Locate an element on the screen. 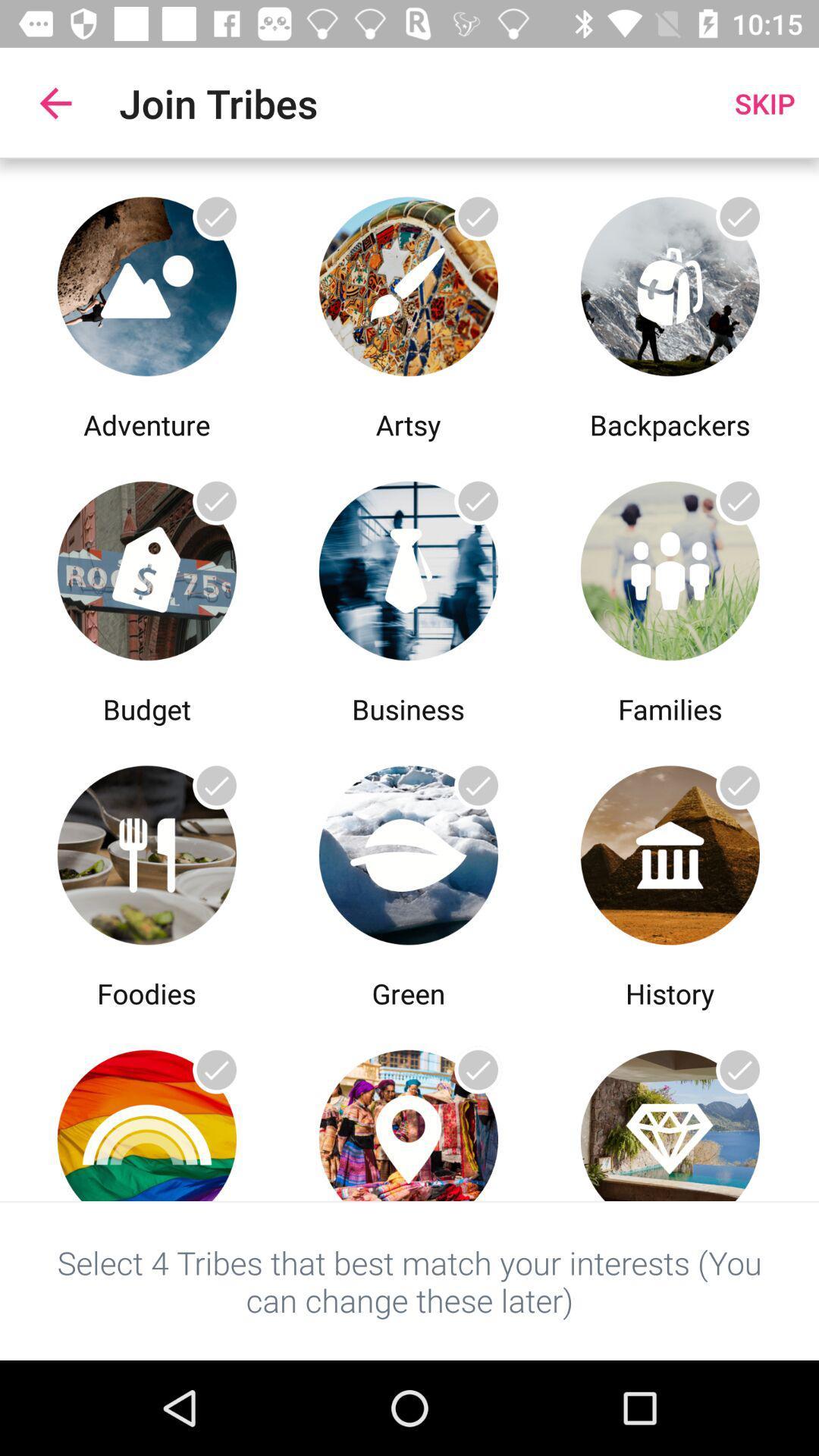  the foodies option is located at coordinates (146, 851).